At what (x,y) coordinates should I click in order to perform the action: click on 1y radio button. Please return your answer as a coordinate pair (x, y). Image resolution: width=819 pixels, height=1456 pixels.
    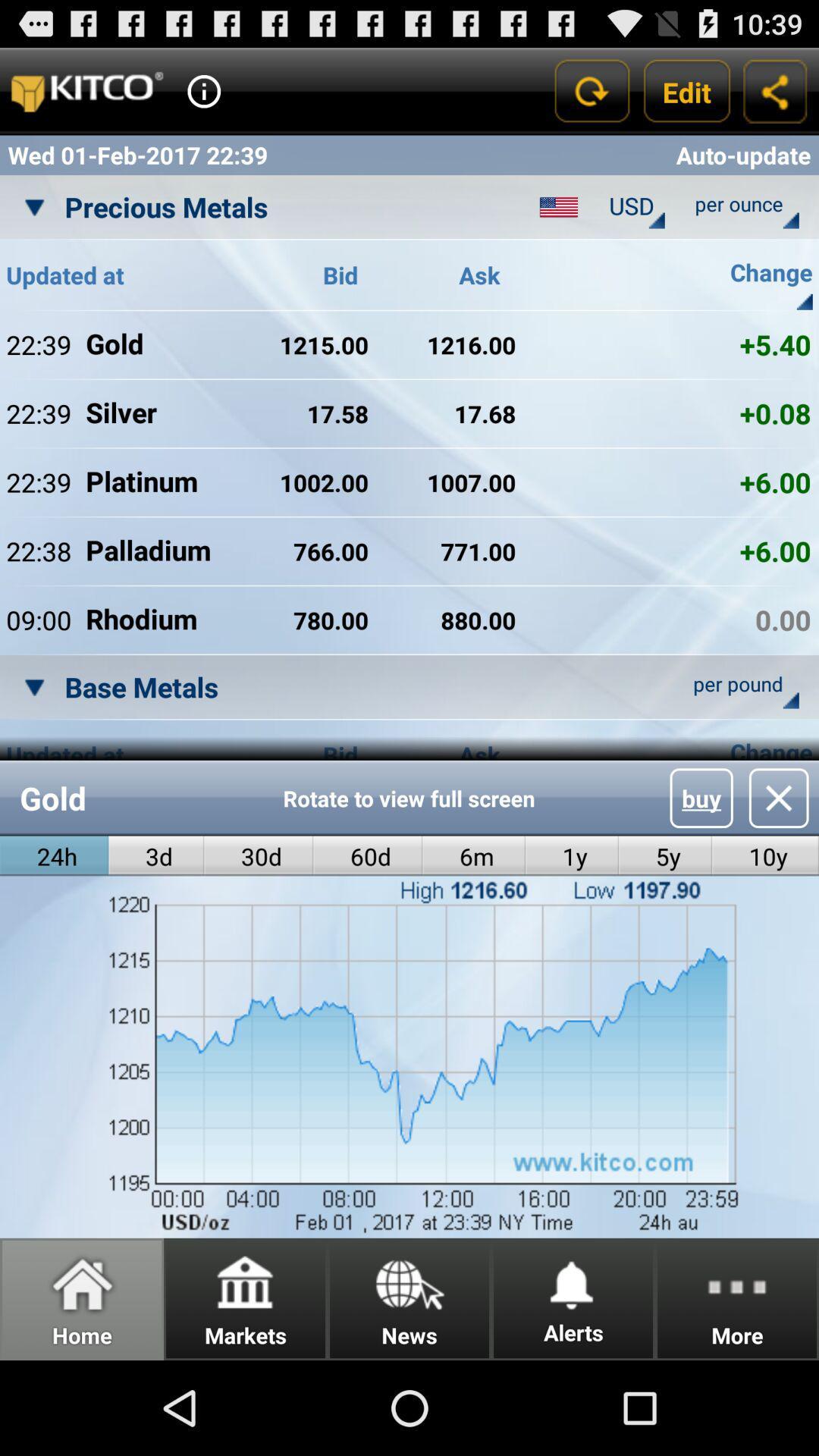
    Looking at the image, I should click on (572, 856).